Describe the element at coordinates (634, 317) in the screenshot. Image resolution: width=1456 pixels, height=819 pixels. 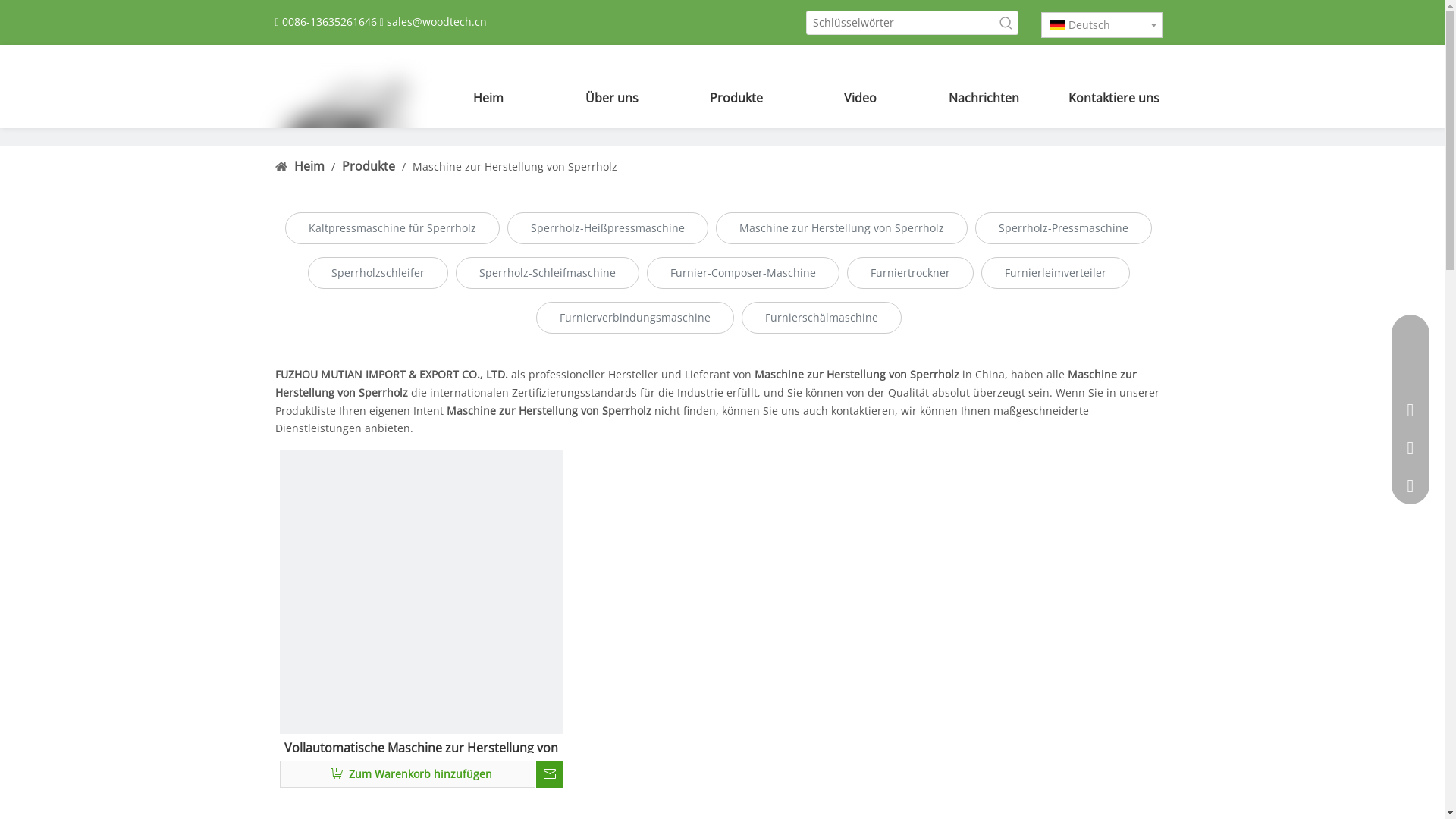
I see `'Furnierverbindungsmaschine'` at that location.